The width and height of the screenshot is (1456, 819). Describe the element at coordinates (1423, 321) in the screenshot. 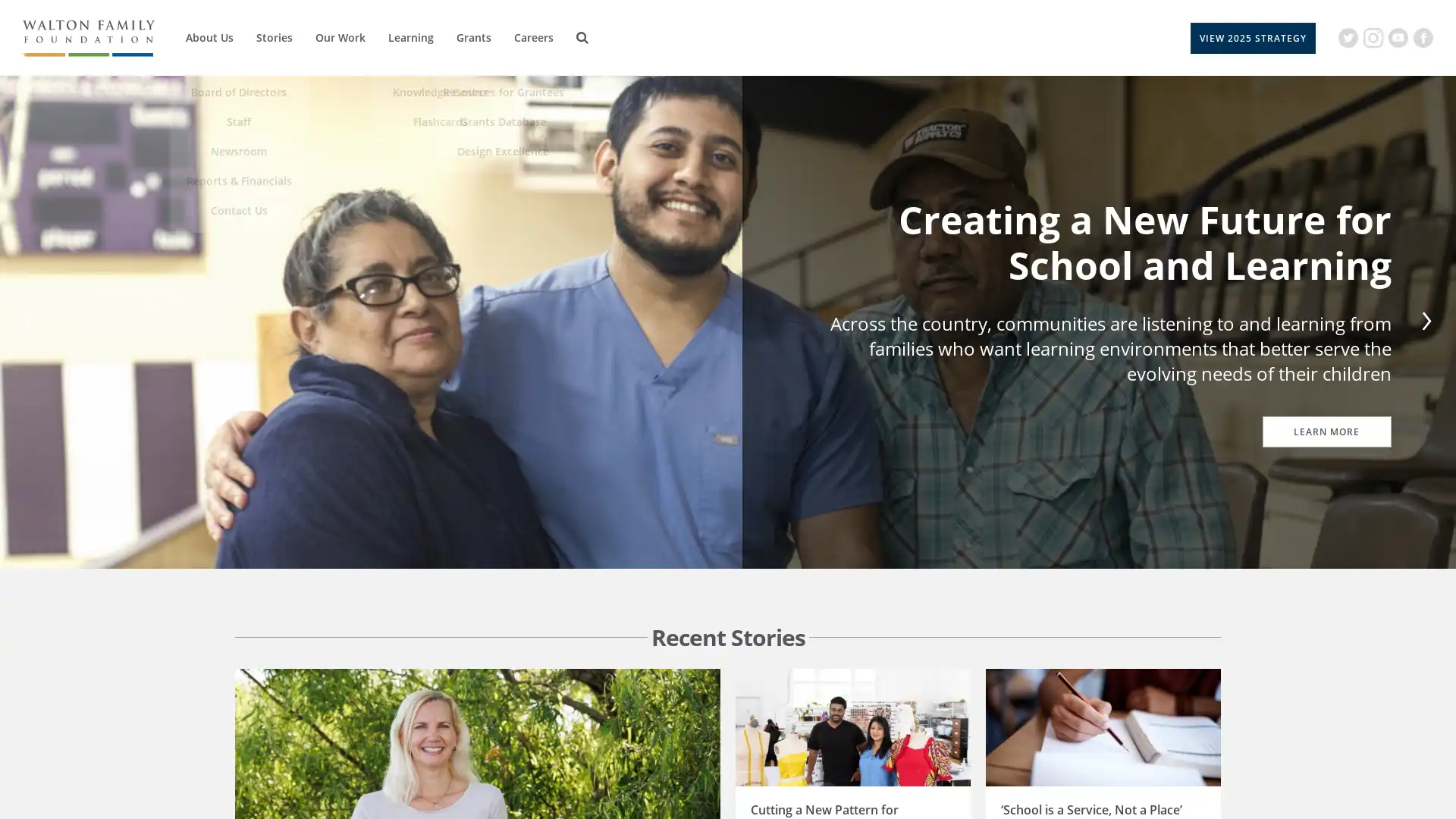

I see `Next` at that location.